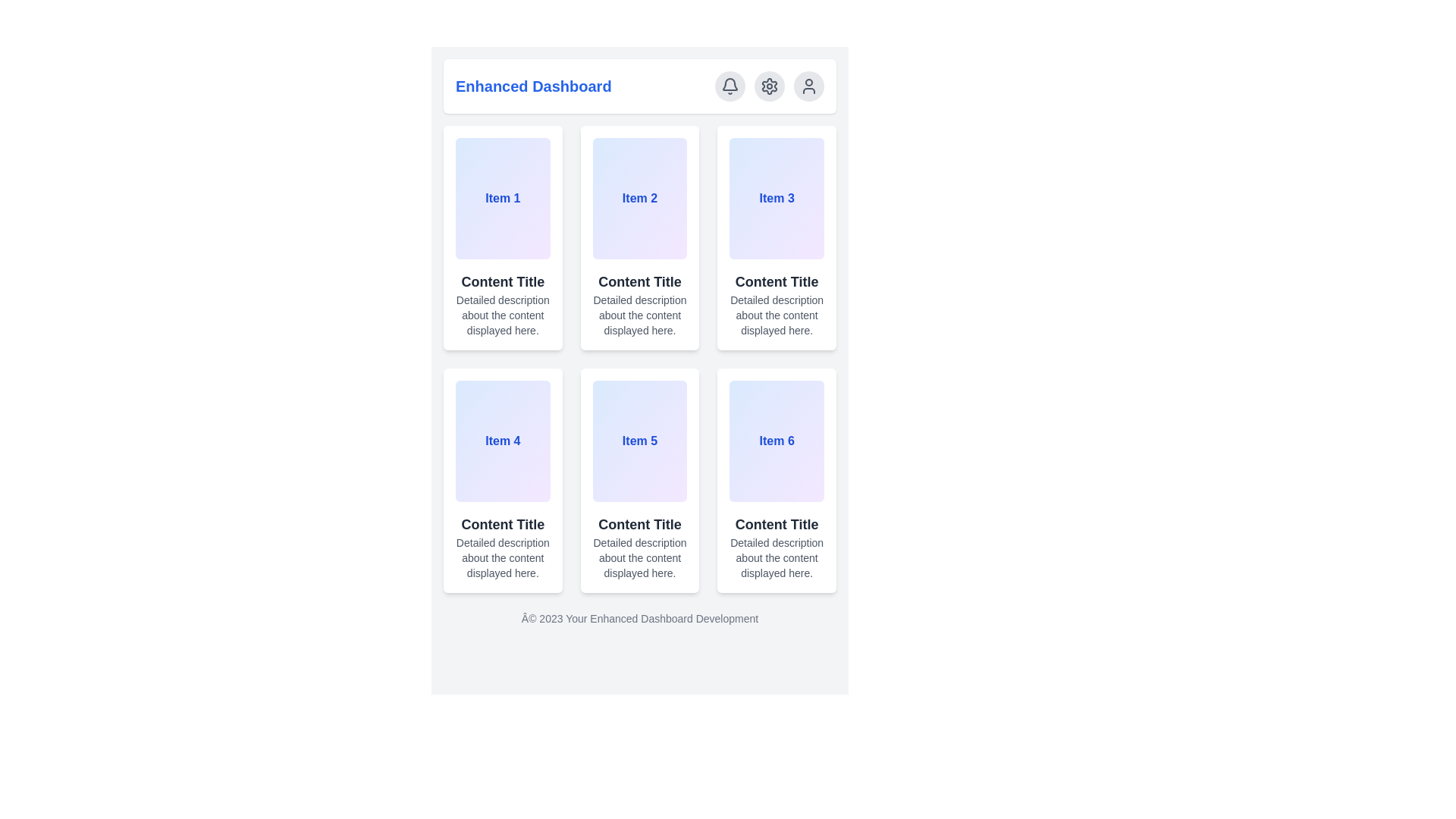  What do you see at coordinates (503, 281) in the screenshot?
I see `text label that displays 'Content Title', which is styled with dark gray, bold font and is positioned centrally under the blue rectangle labeled 'Item 1'` at bounding box center [503, 281].